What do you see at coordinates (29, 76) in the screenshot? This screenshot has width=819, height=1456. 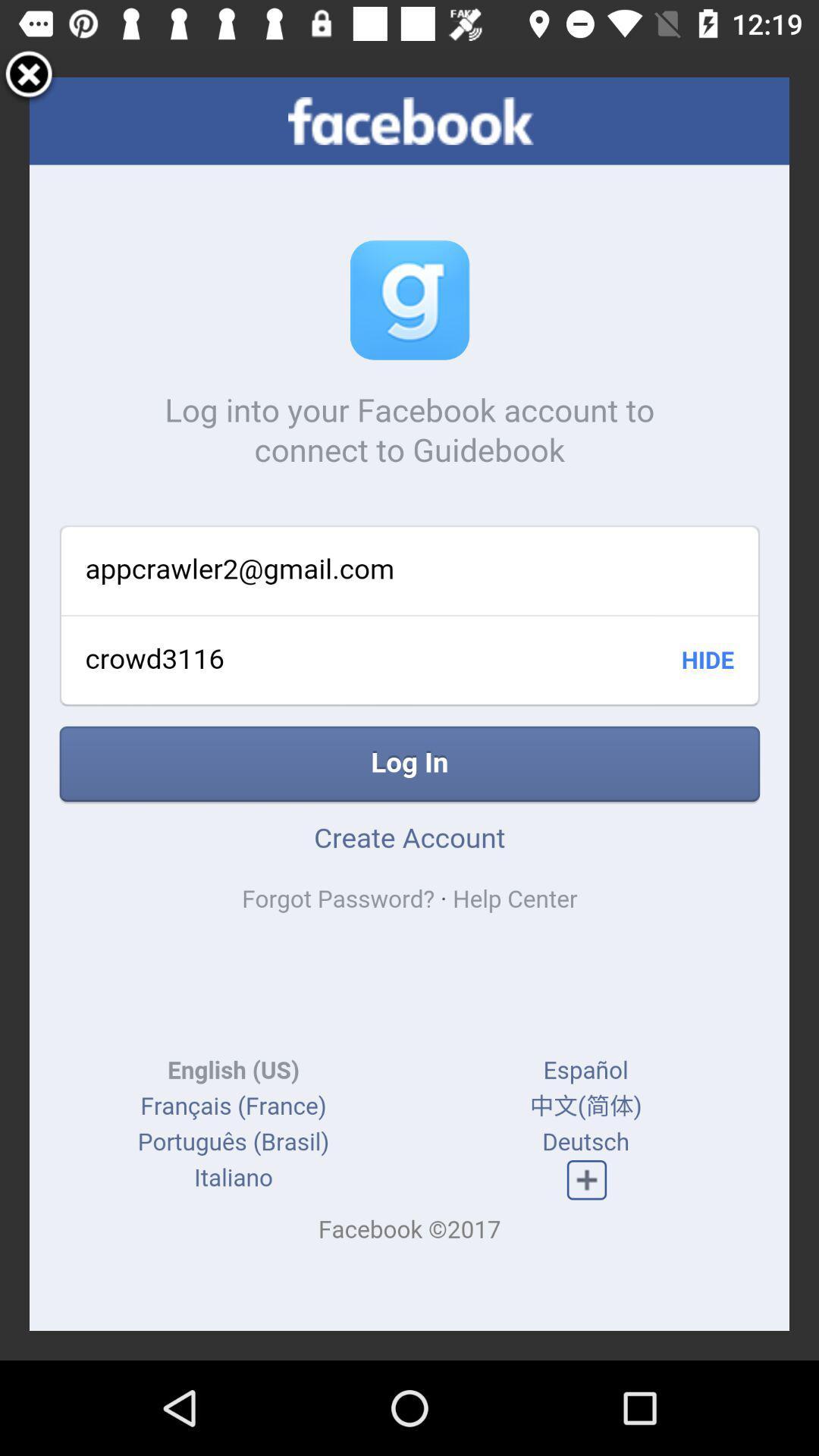 I see `window` at bounding box center [29, 76].